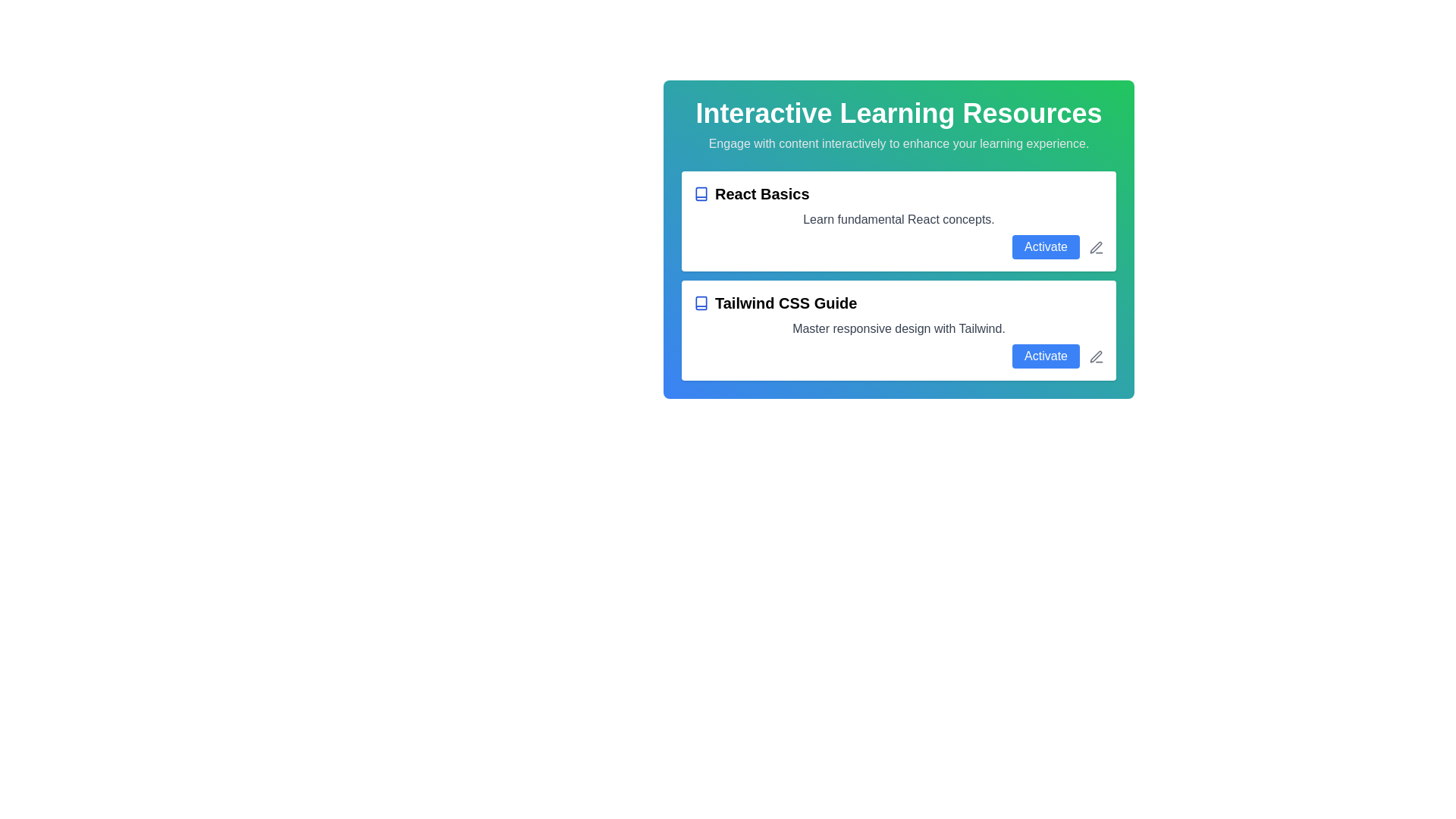 The width and height of the screenshot is (1456, 819). What do you see at coordinates (786, 303) in the screenshot?
I see `the 'Tailwind CSS Guide' text label located within the second card of the 'Interactive Learning Resources' section` at bounding box center [786, 303].